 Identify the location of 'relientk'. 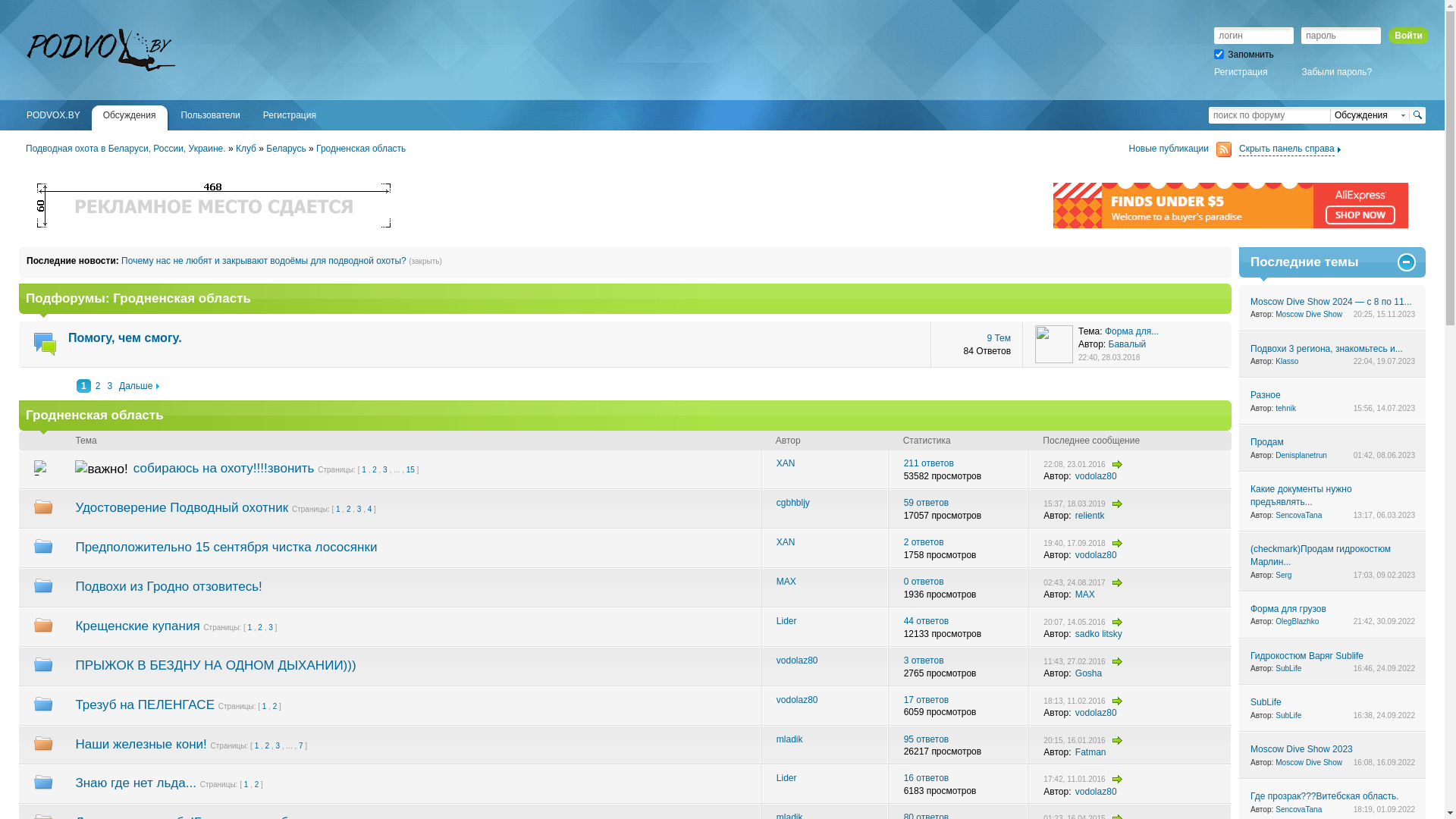
(1089, 514).